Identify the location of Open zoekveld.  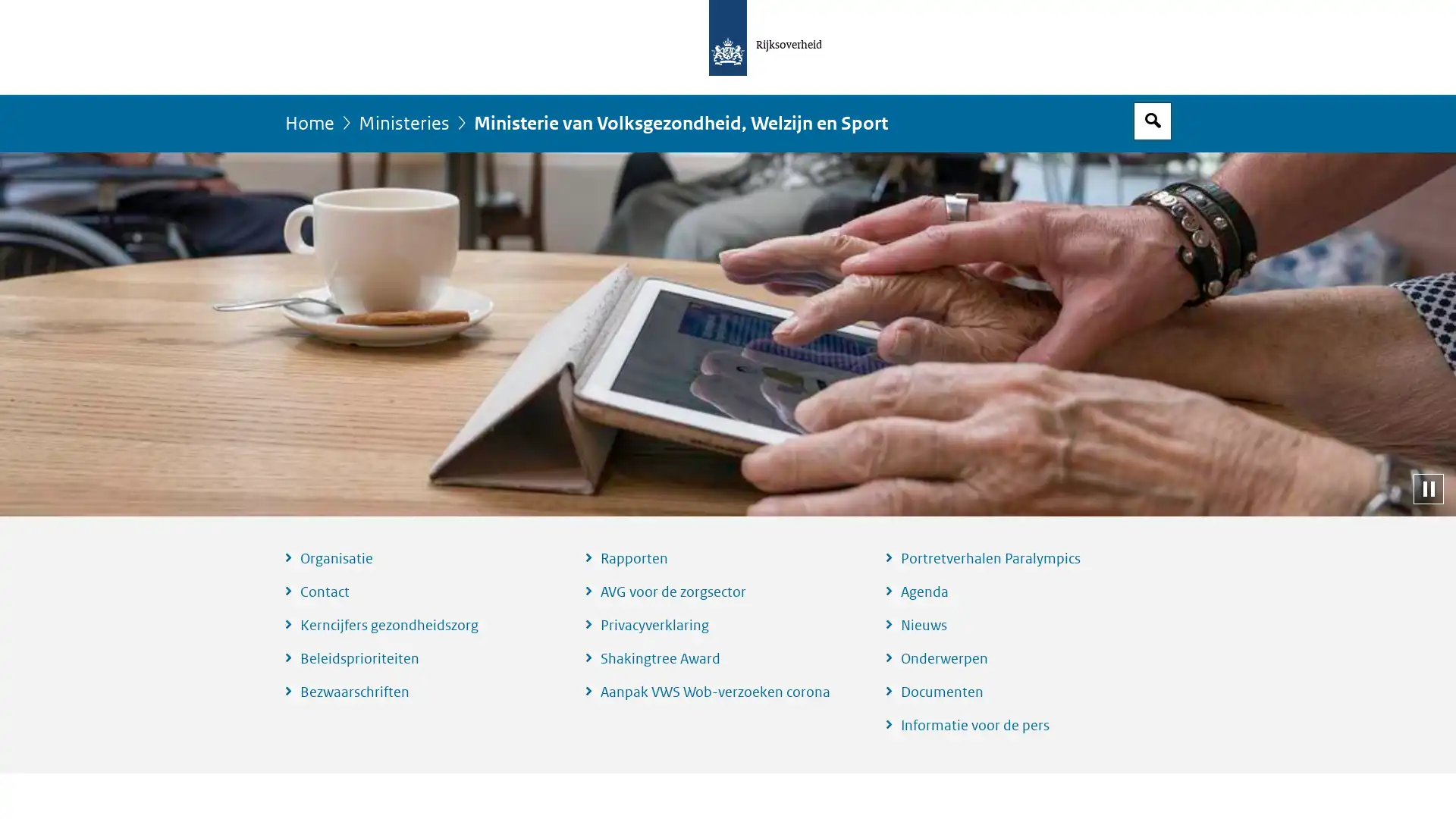
(1153, 120).